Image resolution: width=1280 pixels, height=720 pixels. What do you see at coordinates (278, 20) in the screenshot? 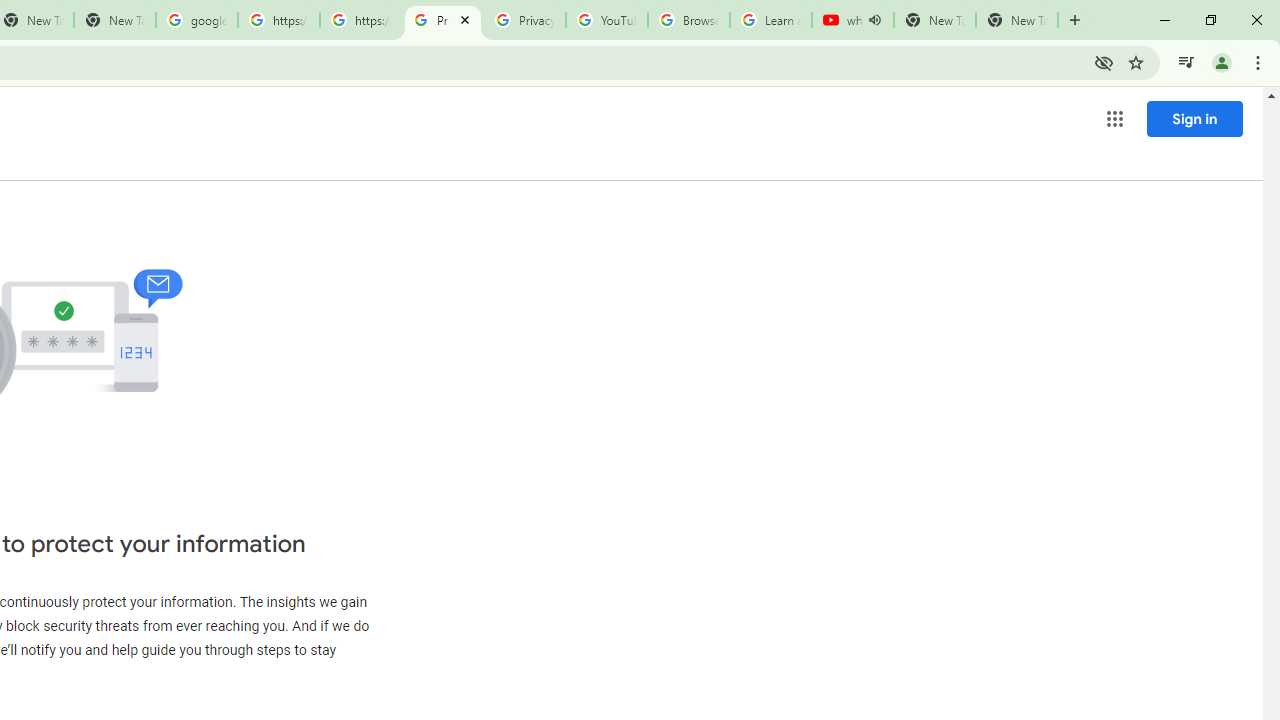
I see `'https://scholar.google.com/'` at bounding box center [278, 20].